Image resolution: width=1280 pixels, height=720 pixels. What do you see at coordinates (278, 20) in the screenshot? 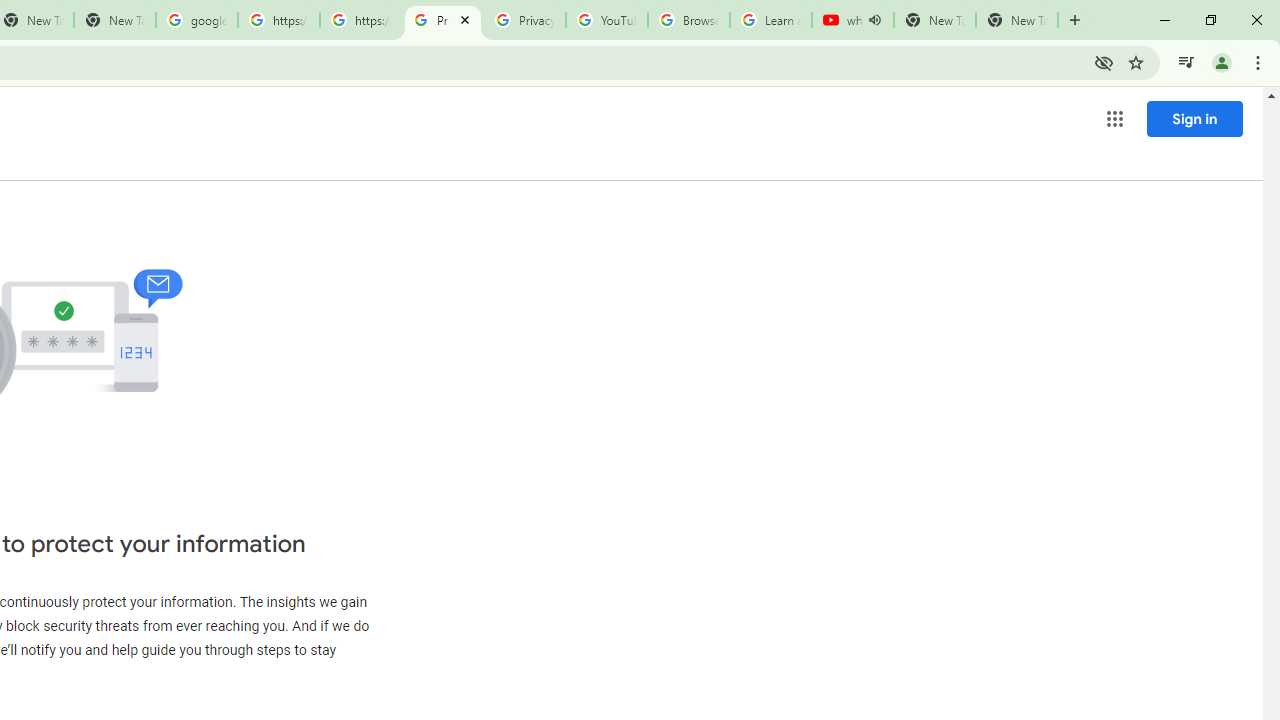
I see `'https://scholar.google.com/'` at bounding box center [278, 20].